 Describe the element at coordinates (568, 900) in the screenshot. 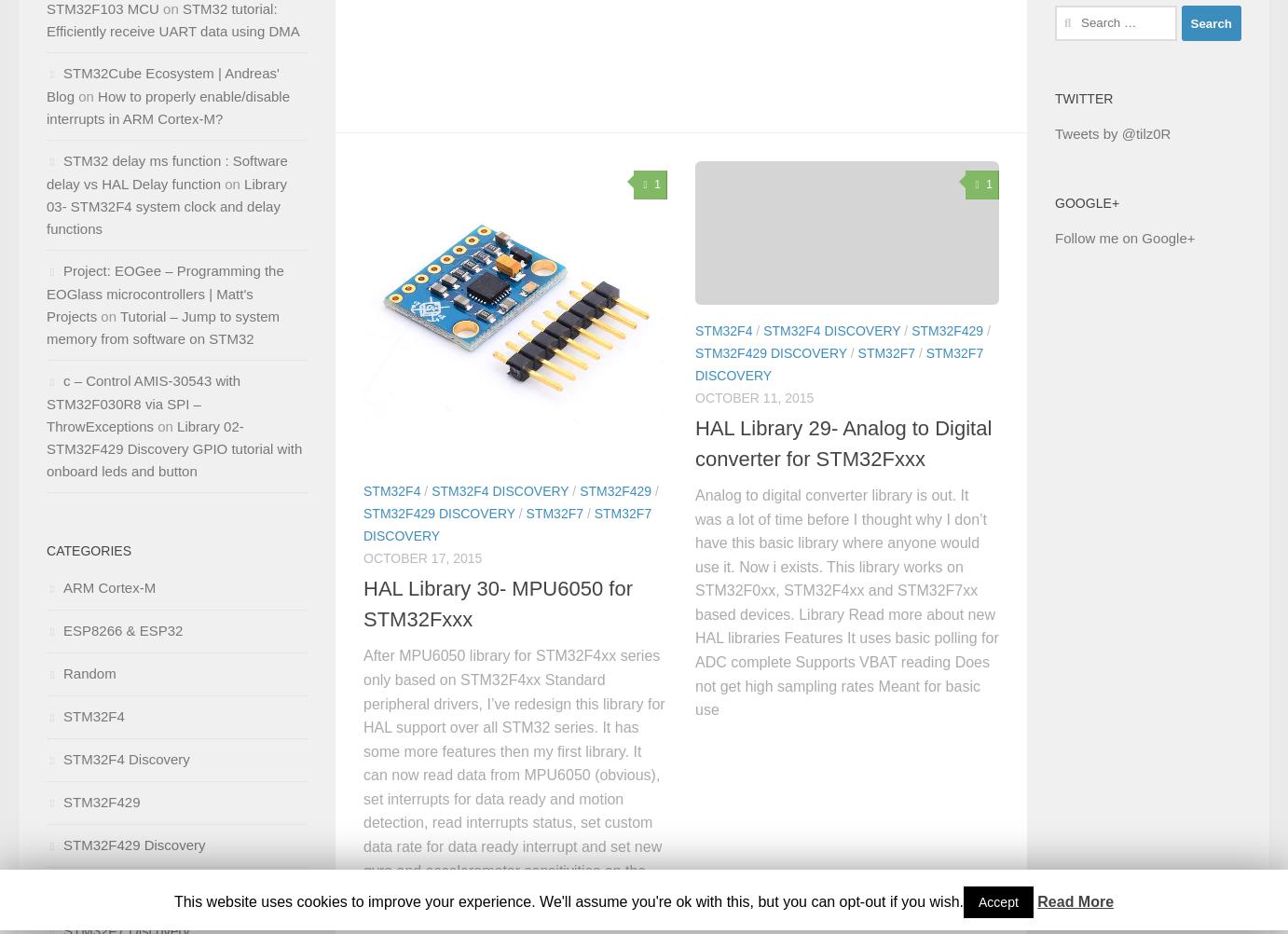

I see `'This website uses cookies to improve your experience. We'll assume you're ok with this, but you can opt-out if you wish.'` at that location.